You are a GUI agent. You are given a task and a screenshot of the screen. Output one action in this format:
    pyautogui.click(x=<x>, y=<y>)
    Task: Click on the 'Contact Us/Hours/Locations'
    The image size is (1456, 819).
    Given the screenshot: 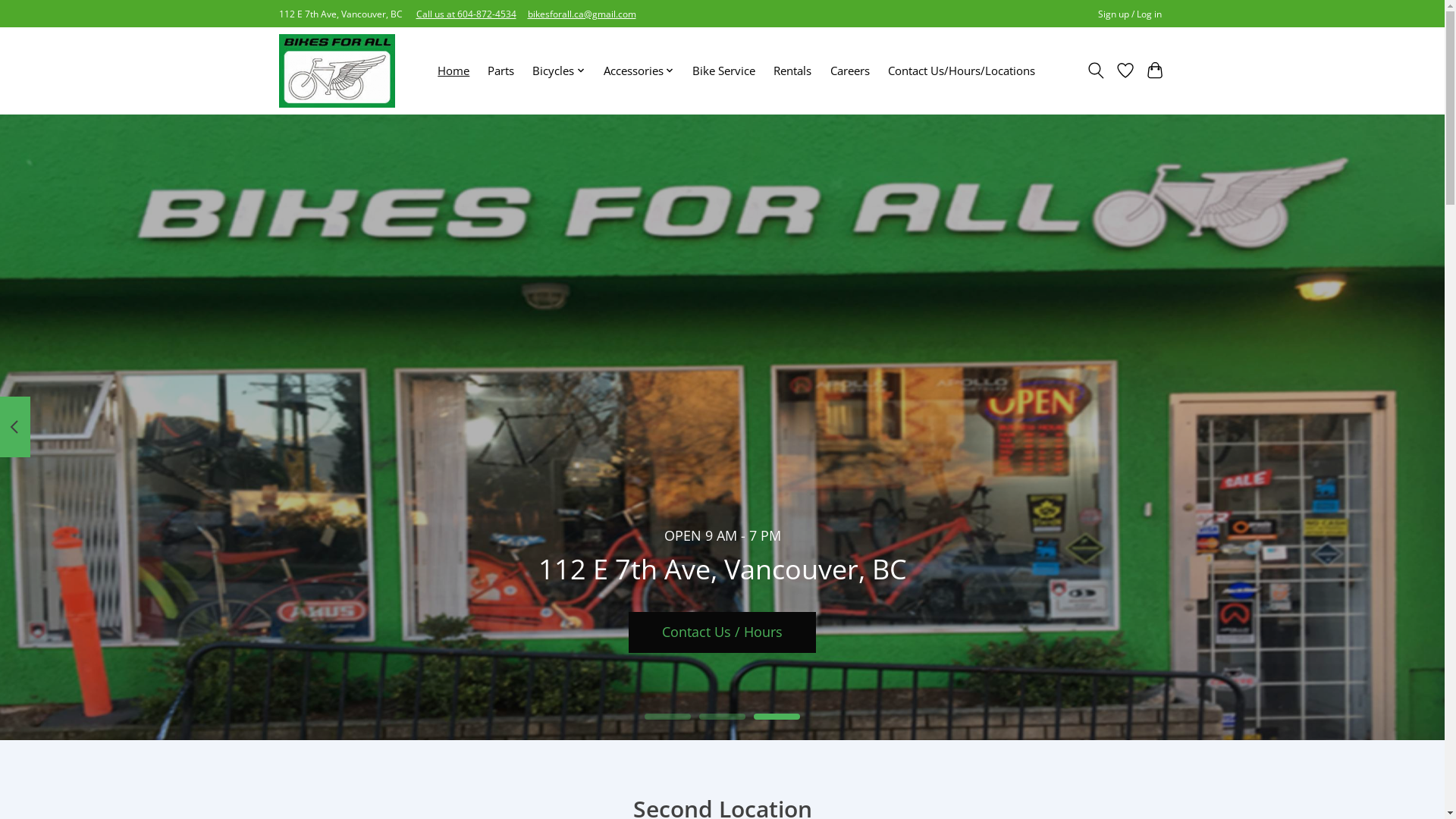 What is the action you would take?
    pyautogui.click(x=881, y=71)
    